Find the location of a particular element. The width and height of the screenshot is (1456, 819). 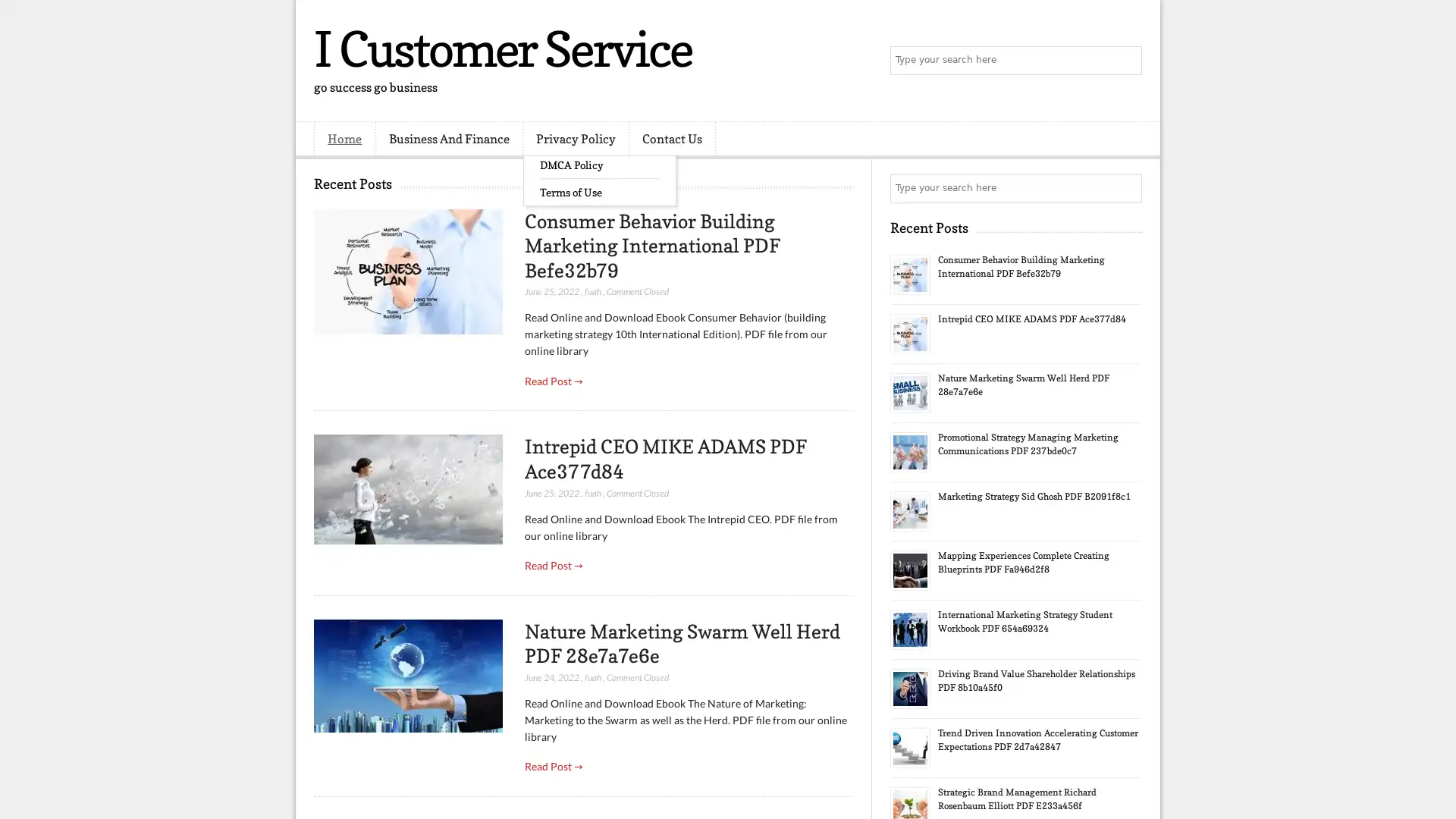

Search is located at coordinates (1126, 188).